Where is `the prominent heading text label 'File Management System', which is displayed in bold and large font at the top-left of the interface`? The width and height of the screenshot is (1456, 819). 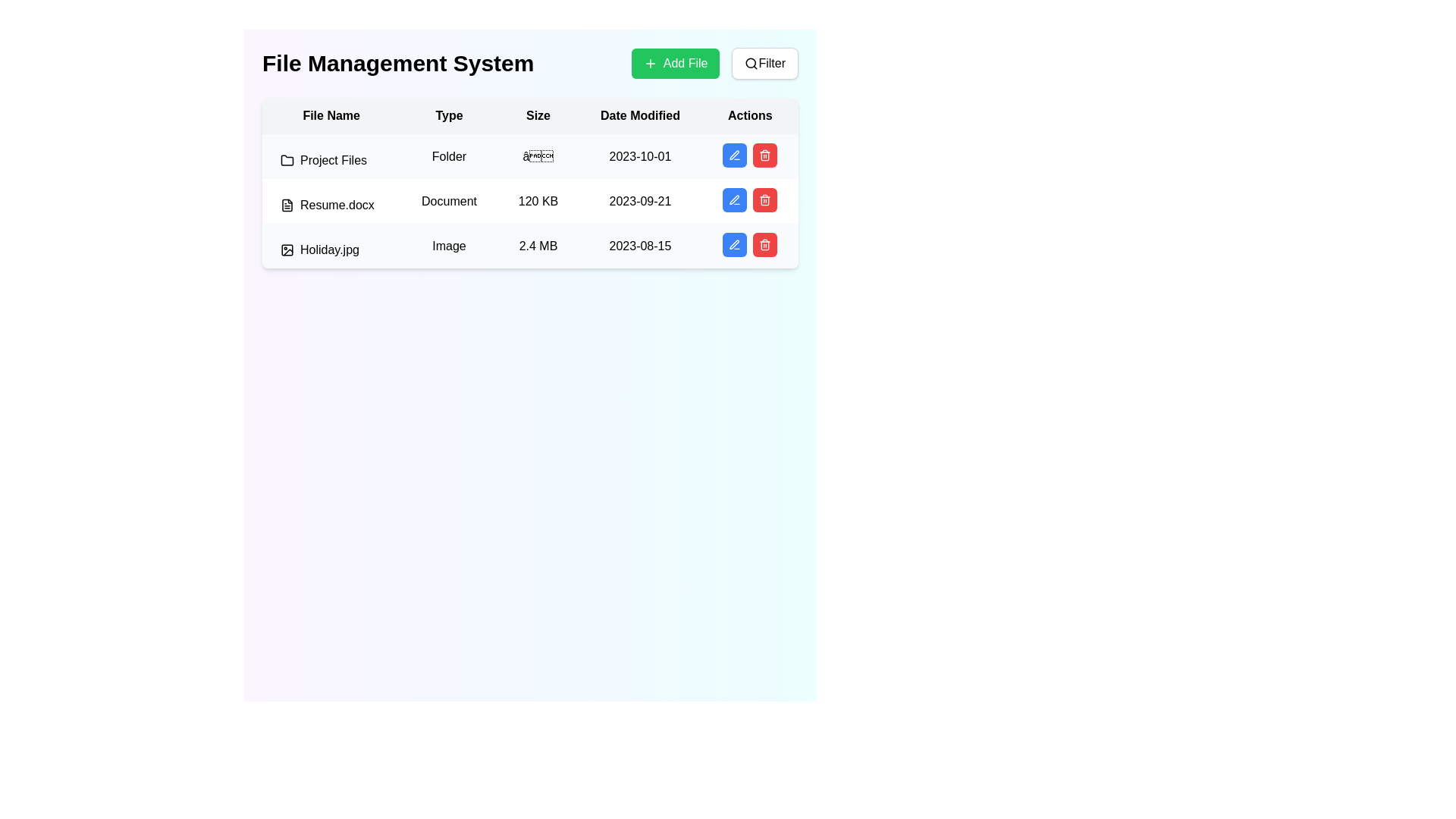 the prominent heading text label 'File Management System', which is displayed in bold and large font at the top-left of the interface is located at coordinates (398, 63).